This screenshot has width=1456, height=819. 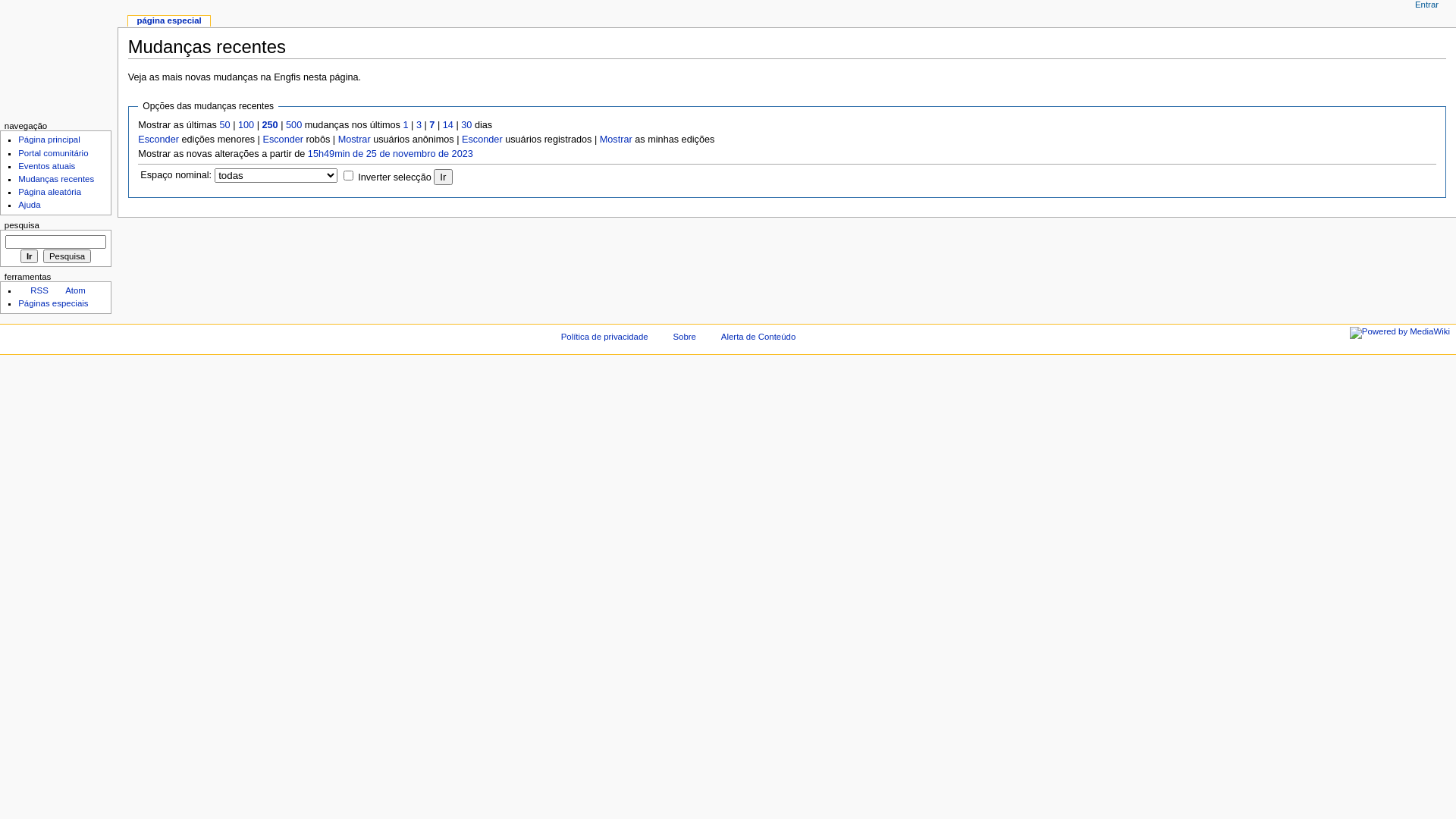 I want to click on '3', so click(x=416, y=124).